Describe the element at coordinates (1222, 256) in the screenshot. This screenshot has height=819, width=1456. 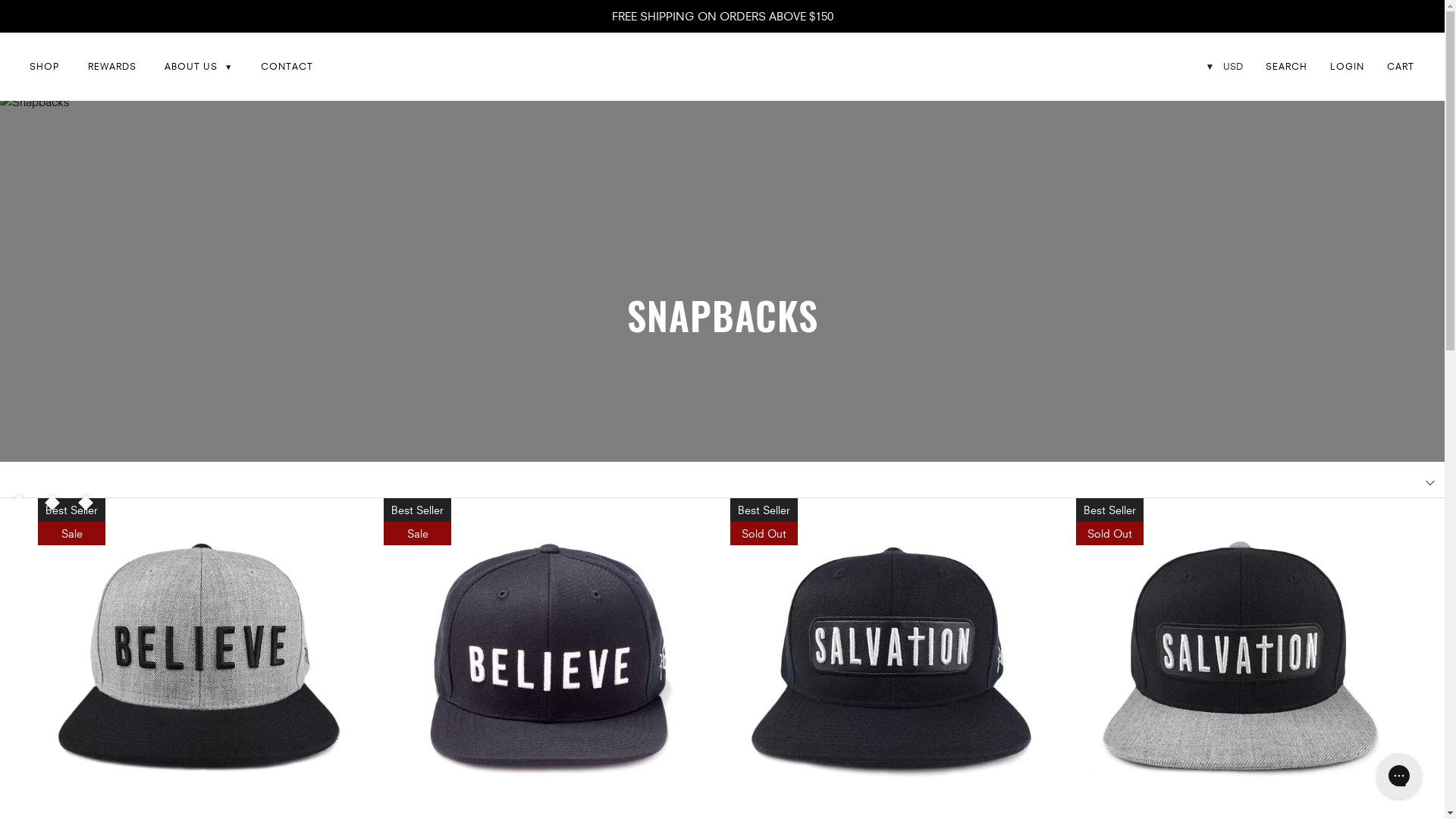
I see `'JPY'` at that location.